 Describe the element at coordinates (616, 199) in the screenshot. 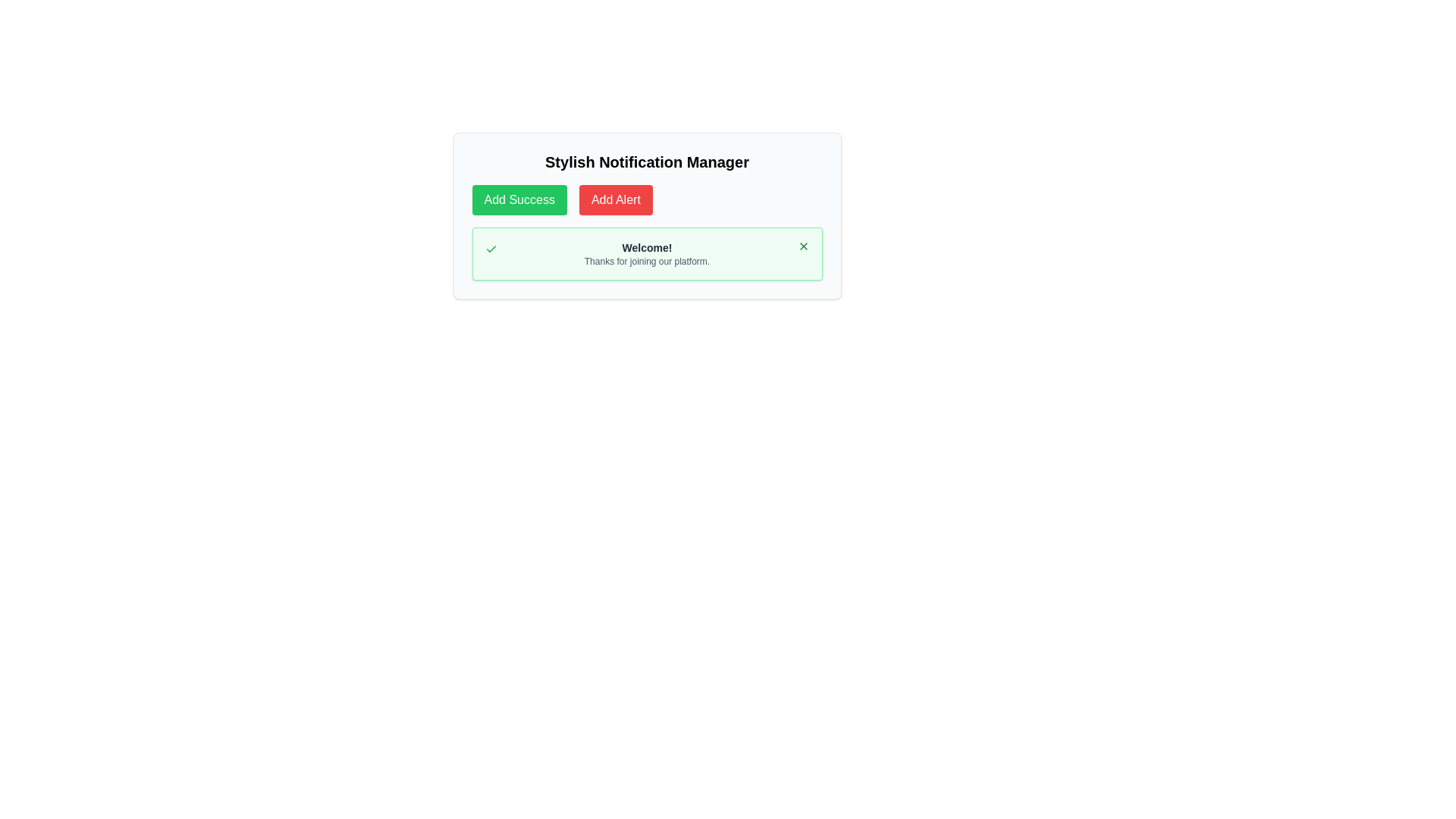

I see `the button labeled 'Add Alert' with a red background` at that location.